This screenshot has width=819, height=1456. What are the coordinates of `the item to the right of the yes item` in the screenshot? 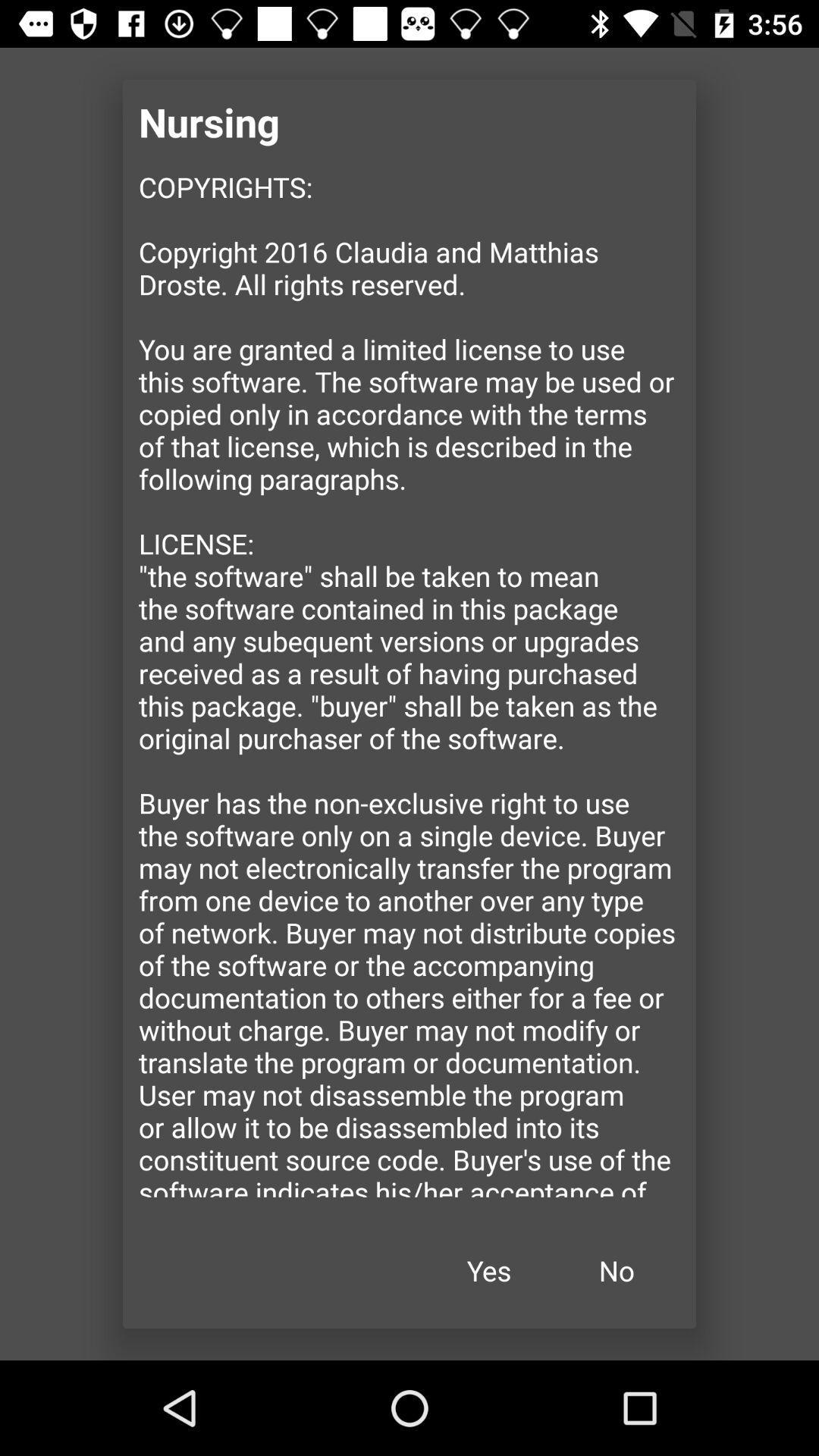 It's located at (617, 1270).